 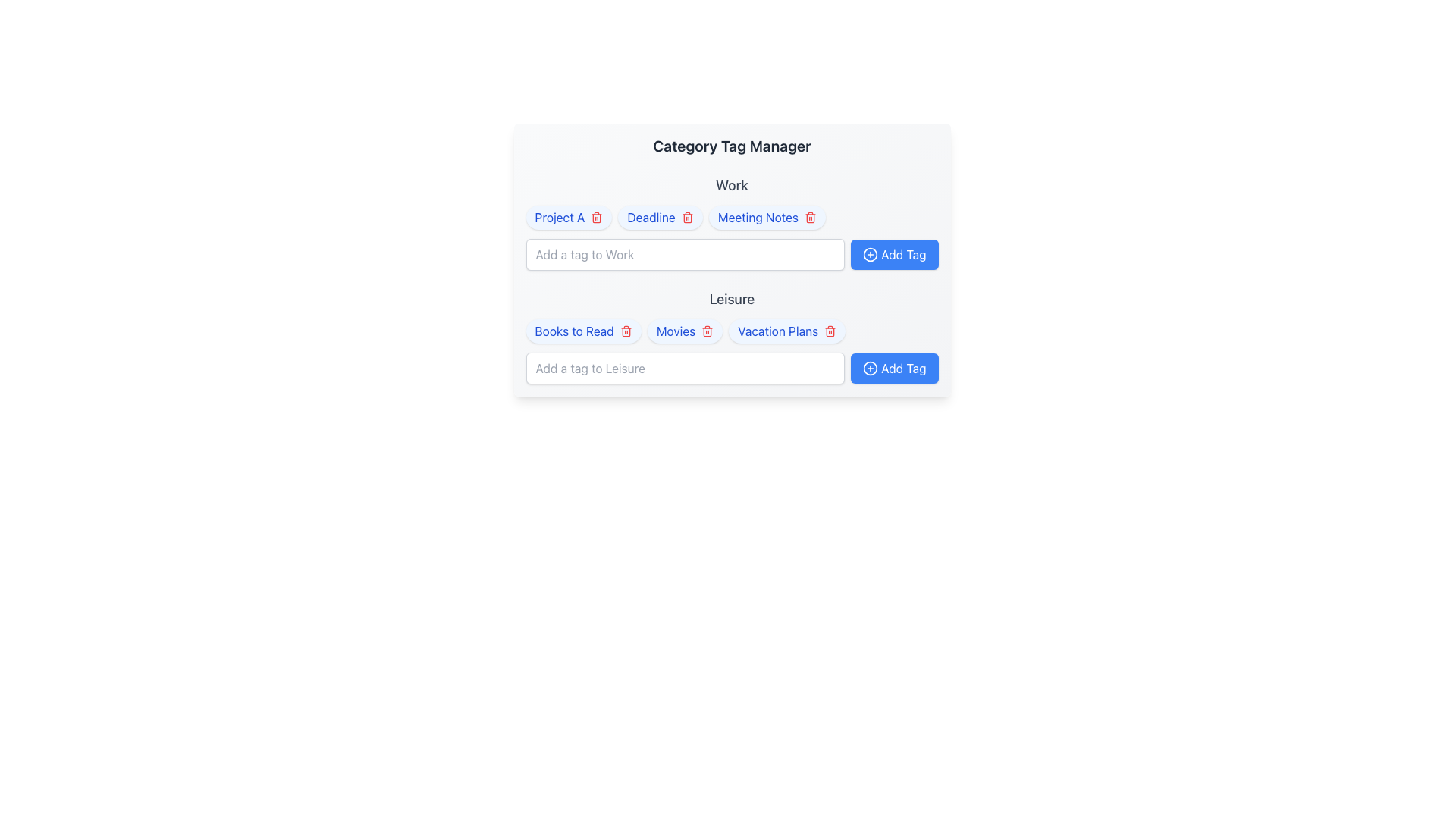 What do you see at coordinates (786, 330) in the screenshot?
I see `the trash icon on the light blue 'Vacation Plans' tag in the 'Leisure' section of the 'Category Tag Manager'` at bounding box center [786, 330].